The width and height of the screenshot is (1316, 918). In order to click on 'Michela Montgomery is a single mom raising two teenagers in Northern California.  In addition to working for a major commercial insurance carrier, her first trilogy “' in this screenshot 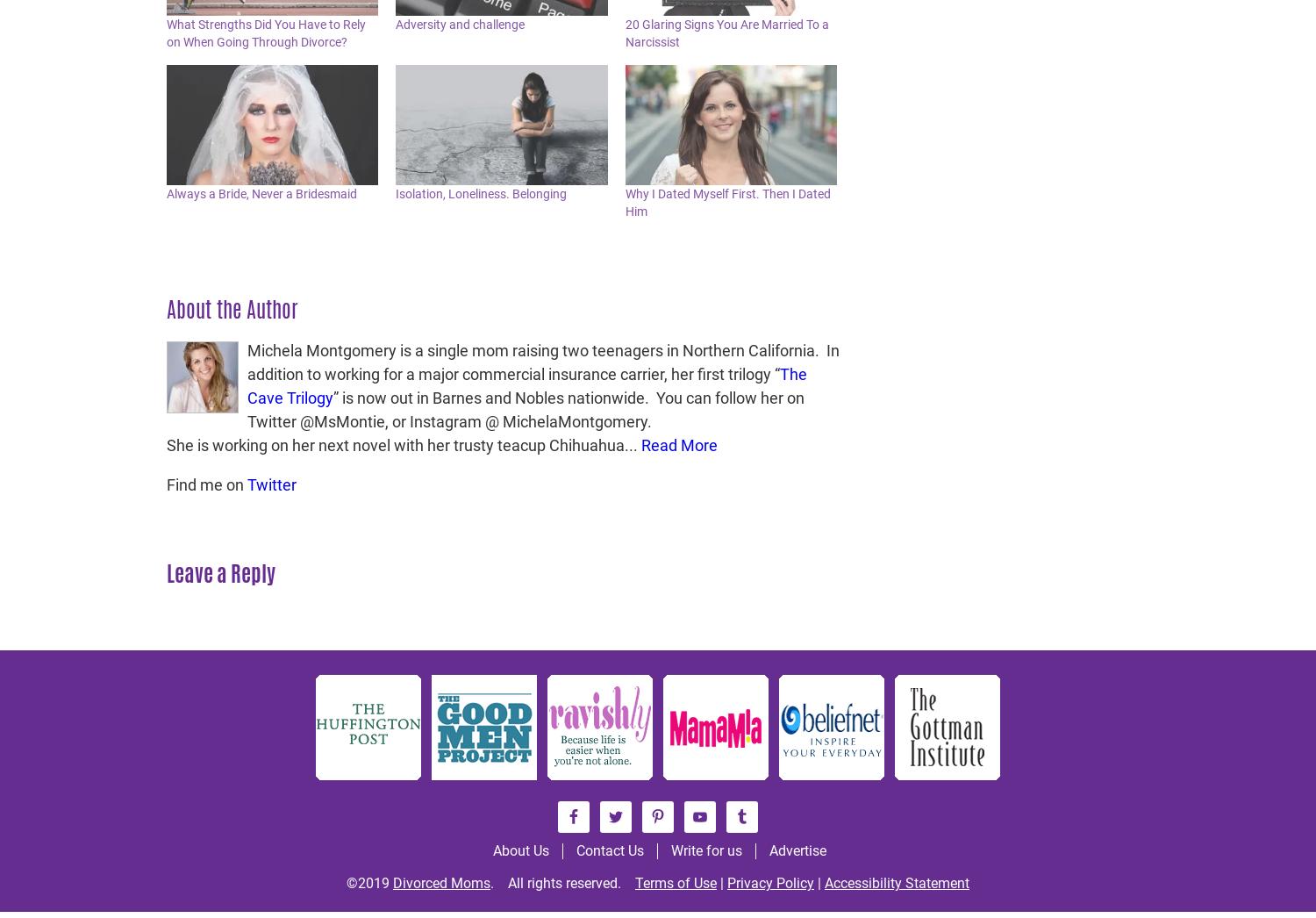, I will do `click(247, 362)`.